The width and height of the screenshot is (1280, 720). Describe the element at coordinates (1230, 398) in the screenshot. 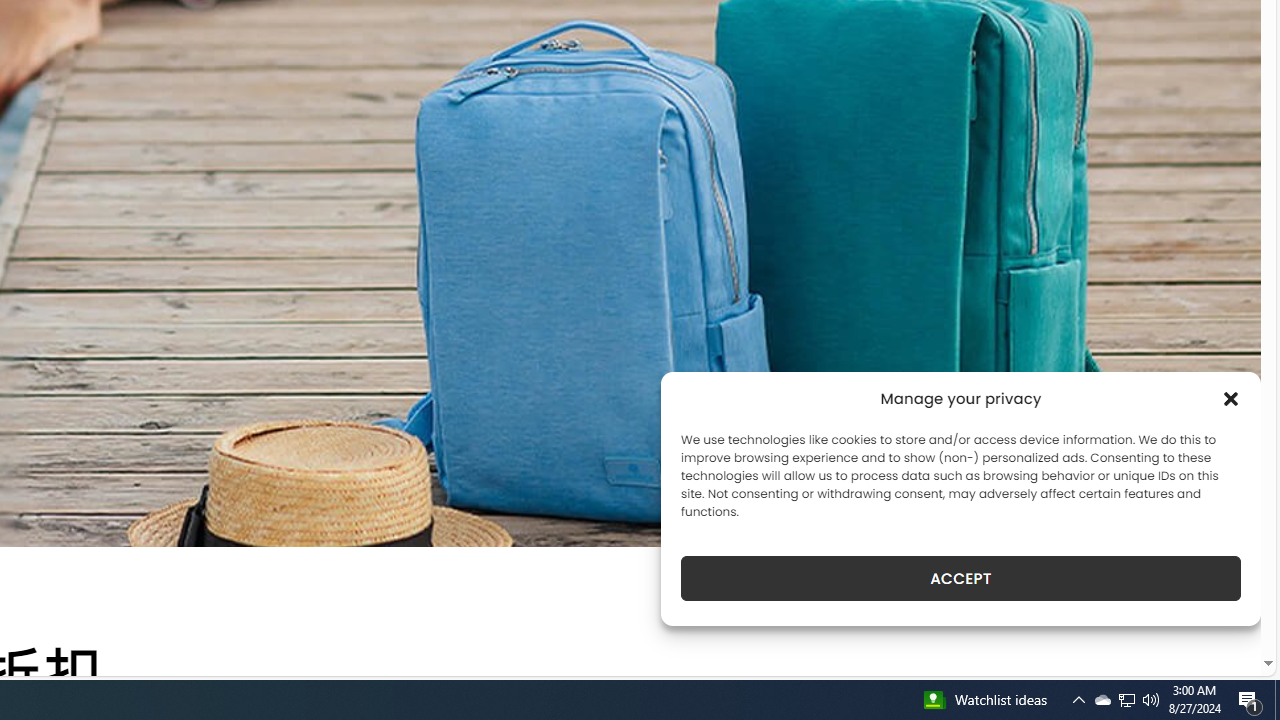

I see `'Class: cmplz-close'` at that location.